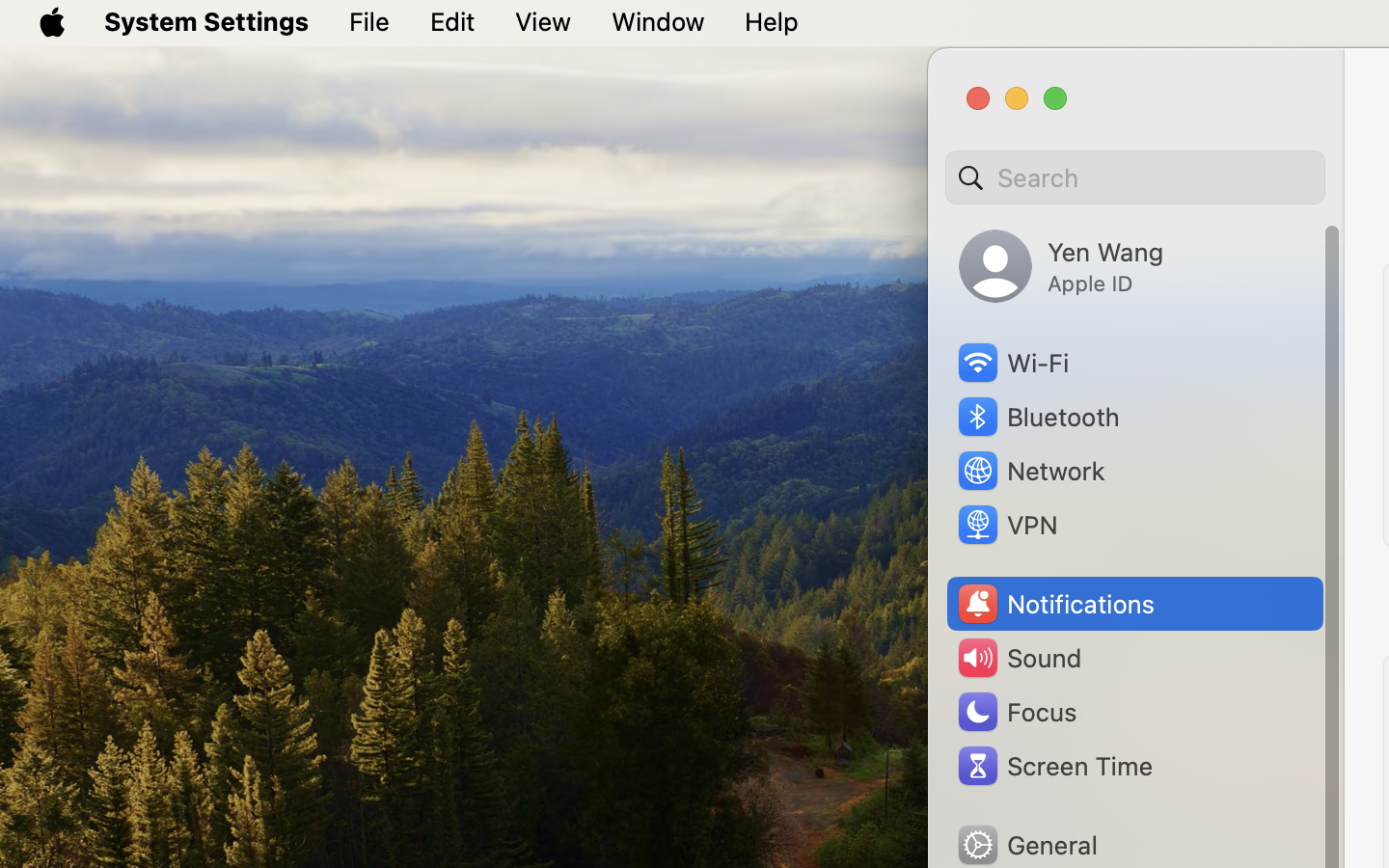 The image size is (1389, 868). What do you see at coordinates (1015, 711) in the screenshot?
I see `'Focus'` at bounding box center [1015, 711].